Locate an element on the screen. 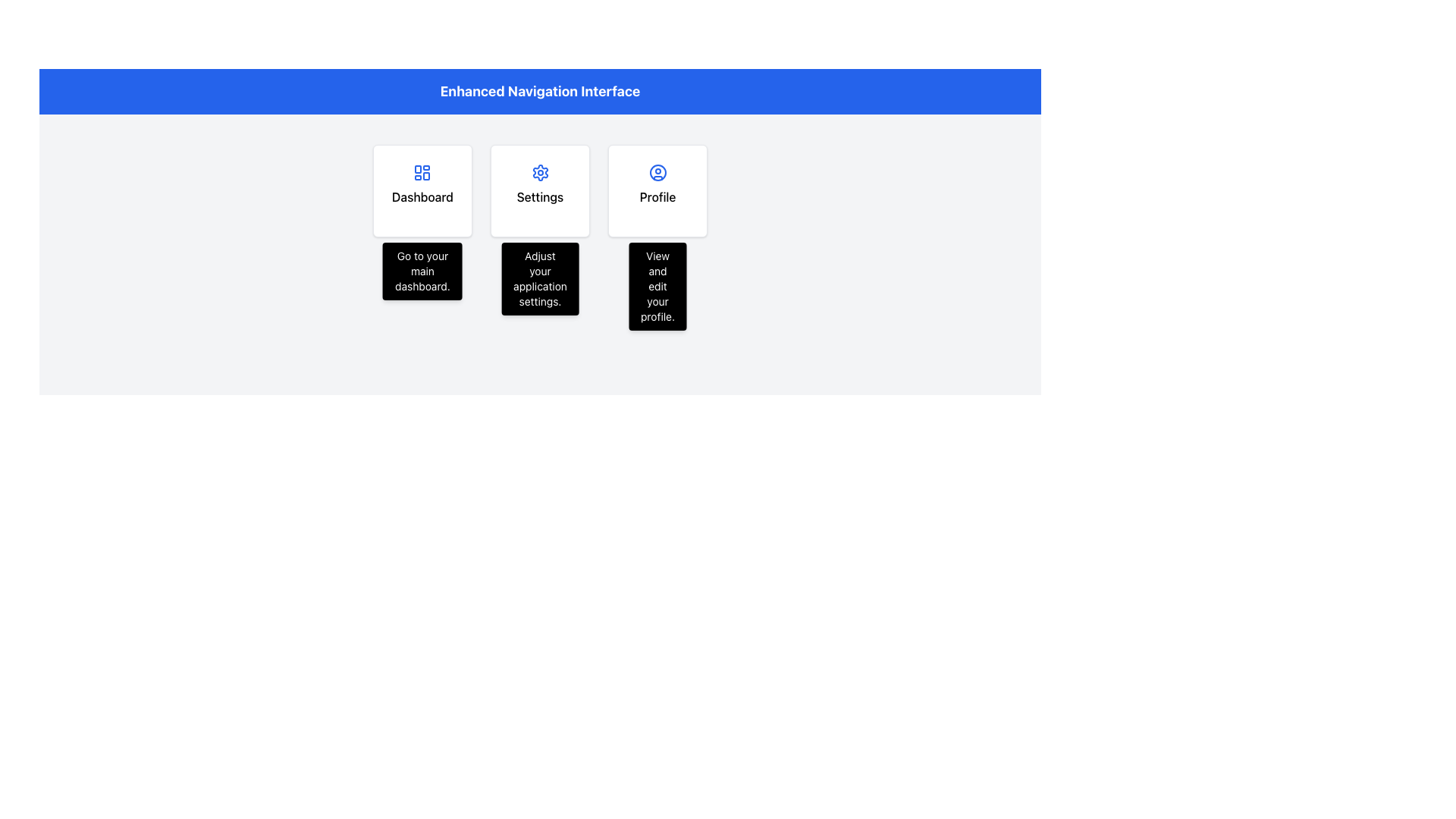 This screenshot has height=819, width=1456. the black tooltip with white text that reads 'View and edit your profile', which is located directly beneath the 'Profile' box is located at coordinates (657, 287).